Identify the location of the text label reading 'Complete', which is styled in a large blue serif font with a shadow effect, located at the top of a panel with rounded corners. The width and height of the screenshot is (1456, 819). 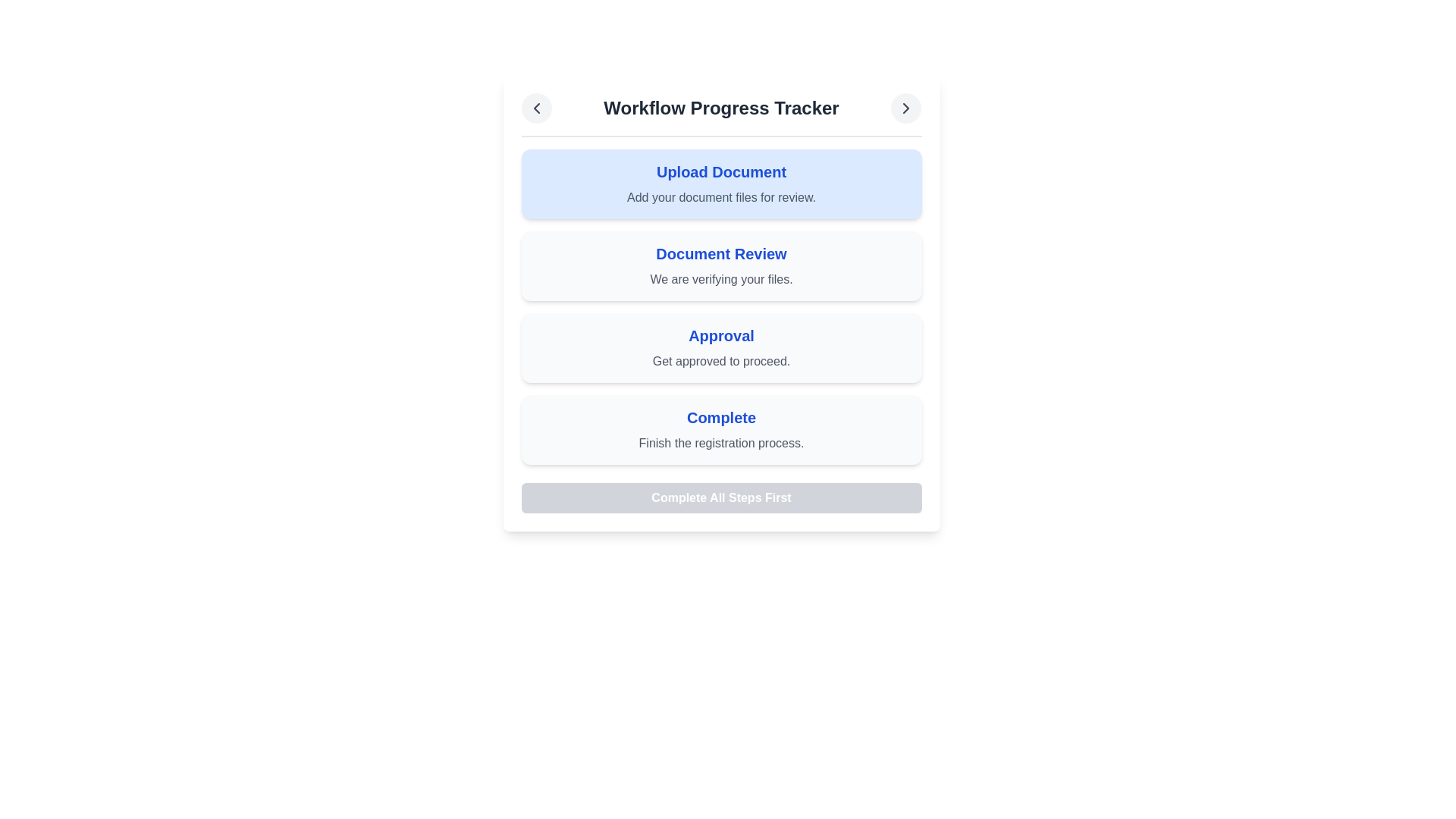
(720, 418).